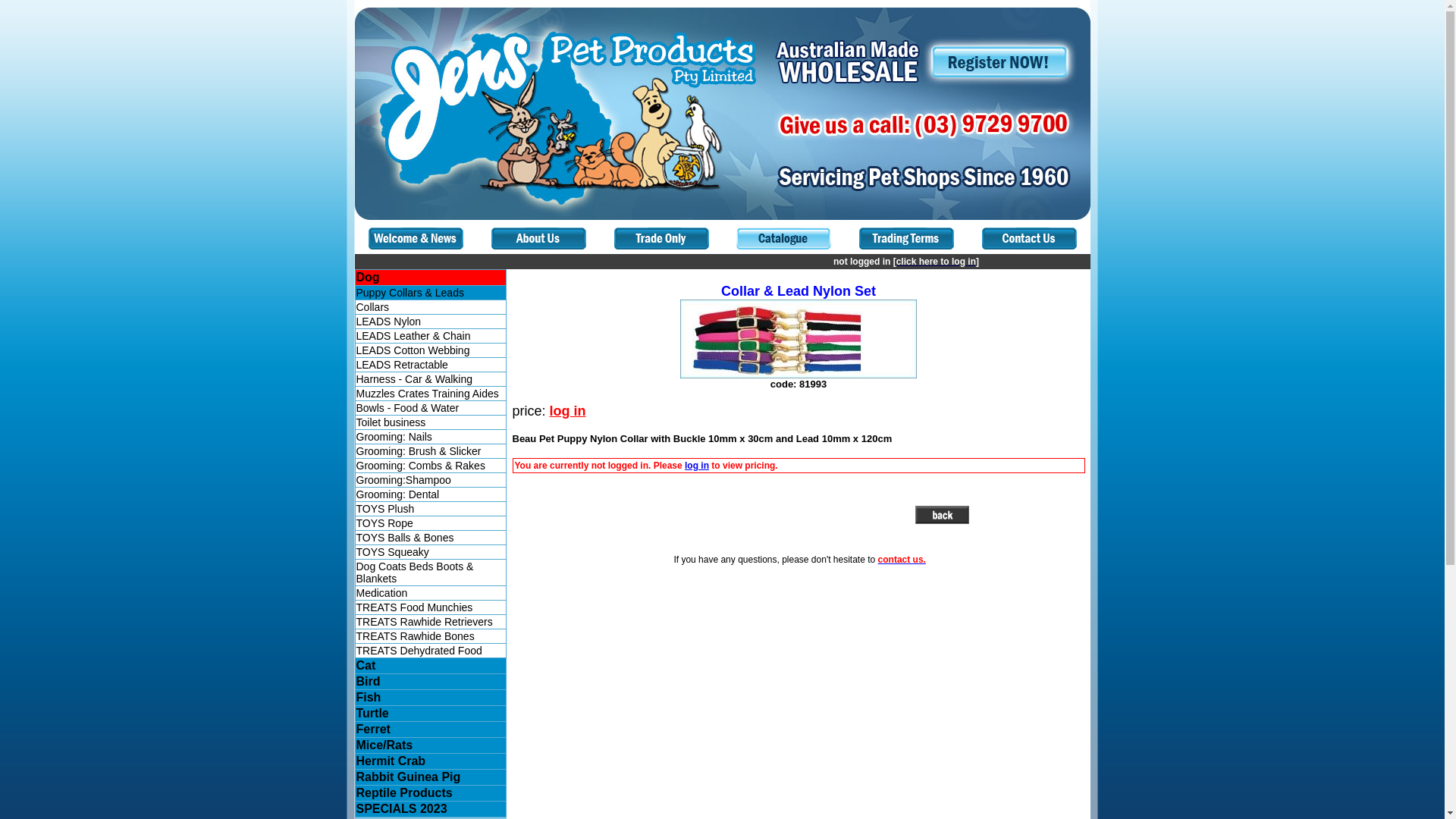 The height and width of the screenshot is (819, 1456). I want to click on 'Bird', so click(368, 680).